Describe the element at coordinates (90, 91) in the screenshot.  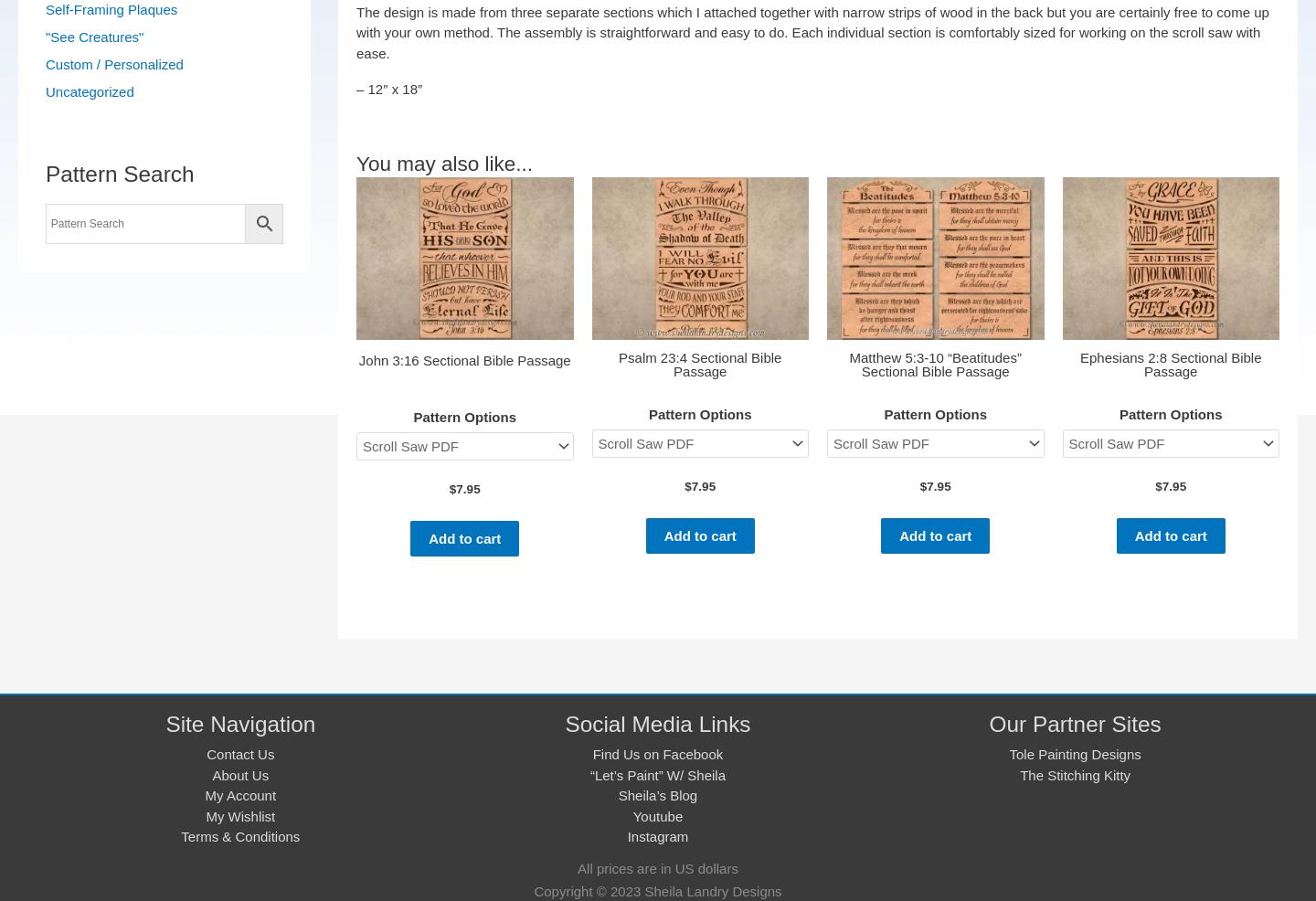
I see `'Uncategorized'` at that location.